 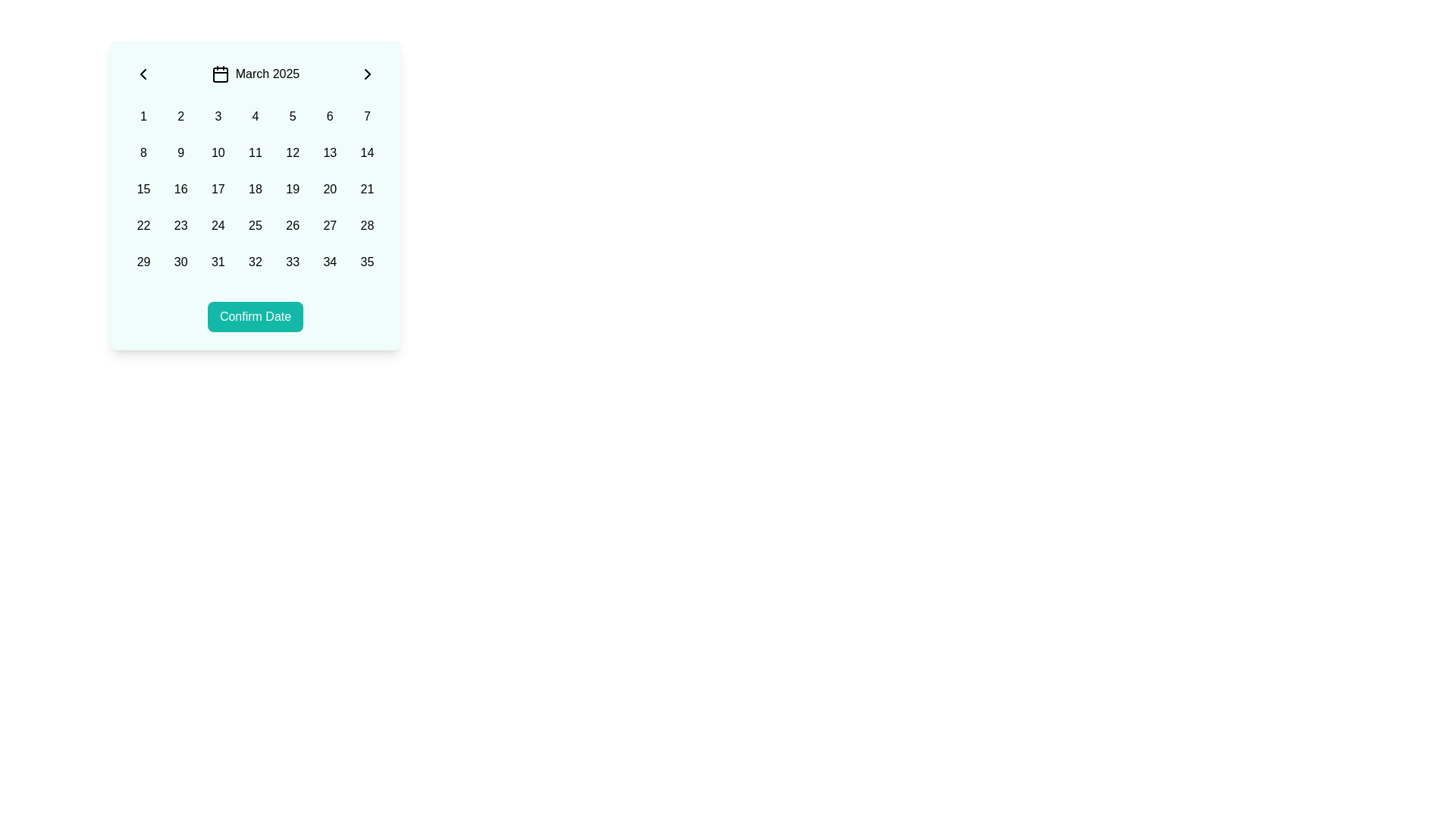 I want to click on the Button displaying the number '5' on a light green background, so click(x=293, y=116).